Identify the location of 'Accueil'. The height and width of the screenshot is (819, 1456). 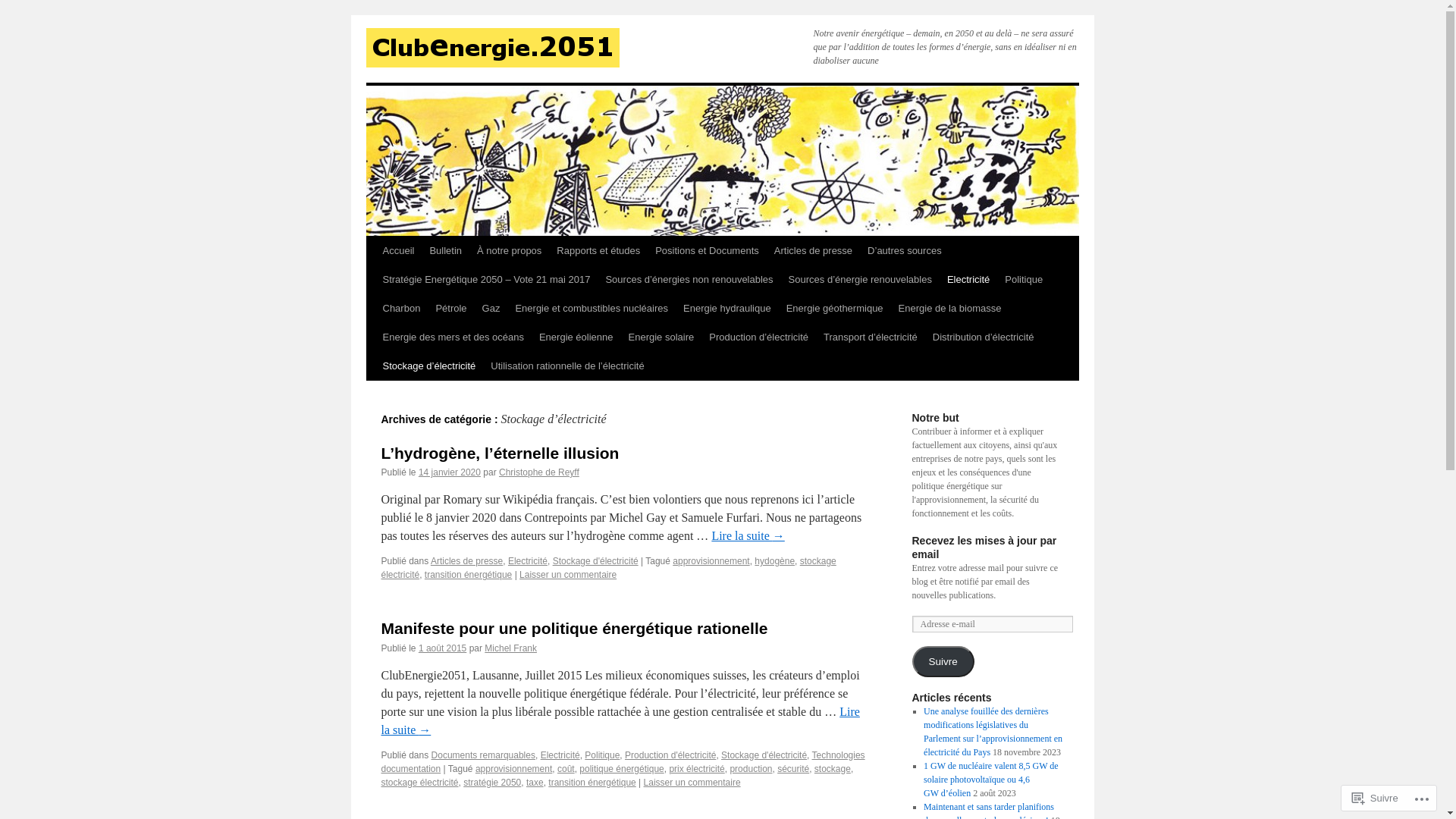
(397, 250).